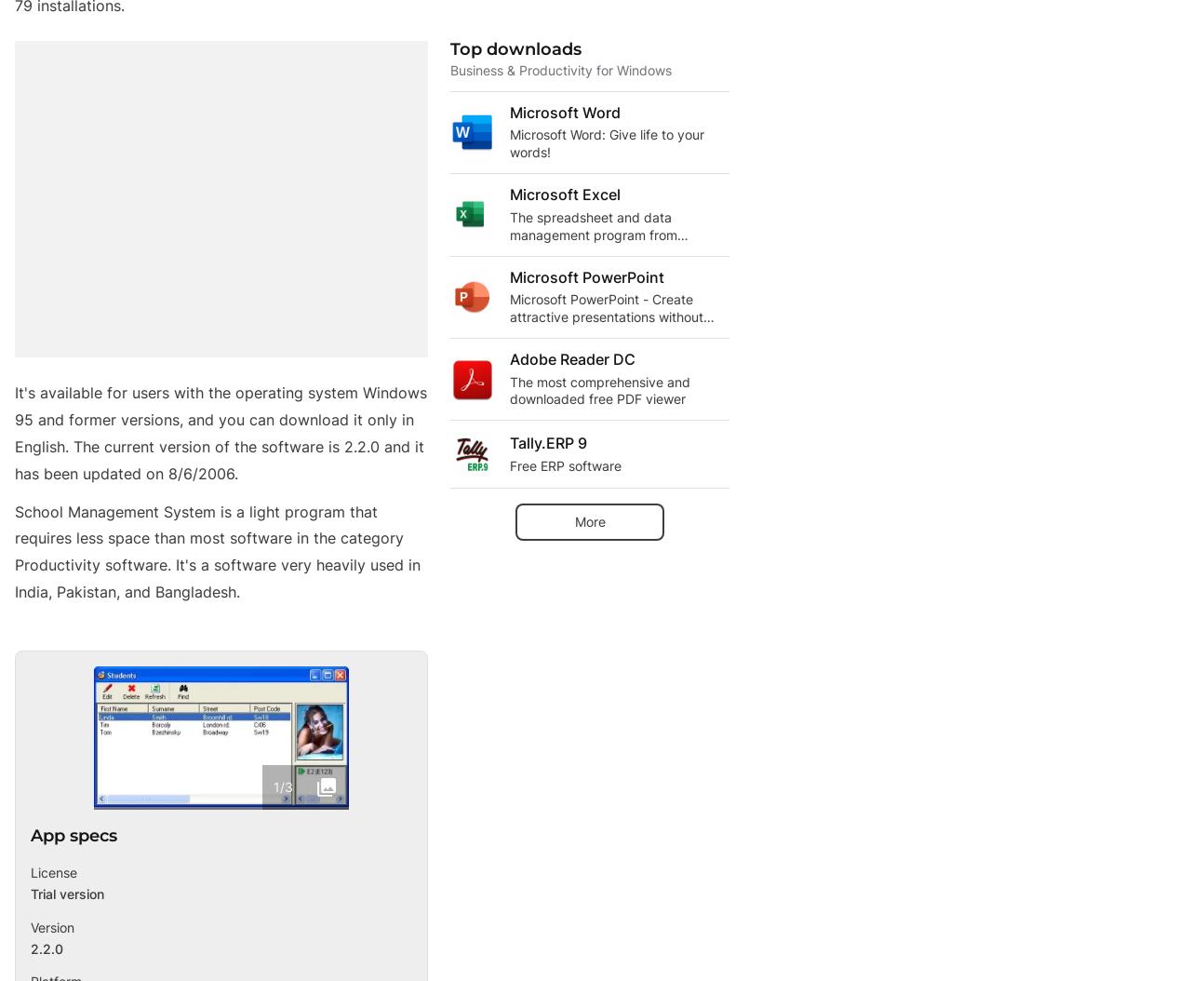 This screenshot has height=981, width=1204. What do you see at coordinates (87, 948) in the screenshot?
I see `'Deutsch'` at bounding box center [87, 948].